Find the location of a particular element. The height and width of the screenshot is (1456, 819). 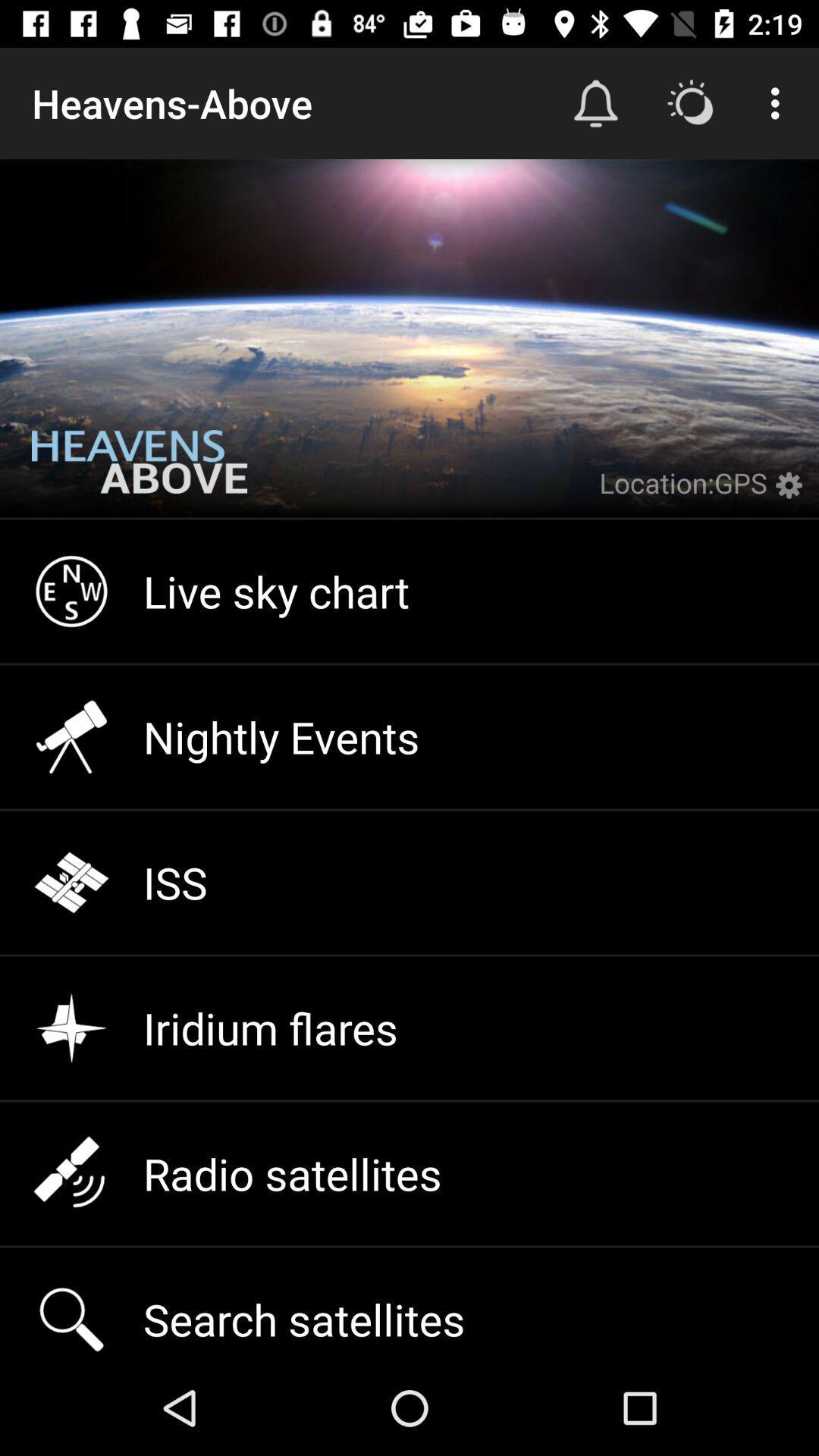

the icon above live sky chart item is located at coordinates (140, 472).